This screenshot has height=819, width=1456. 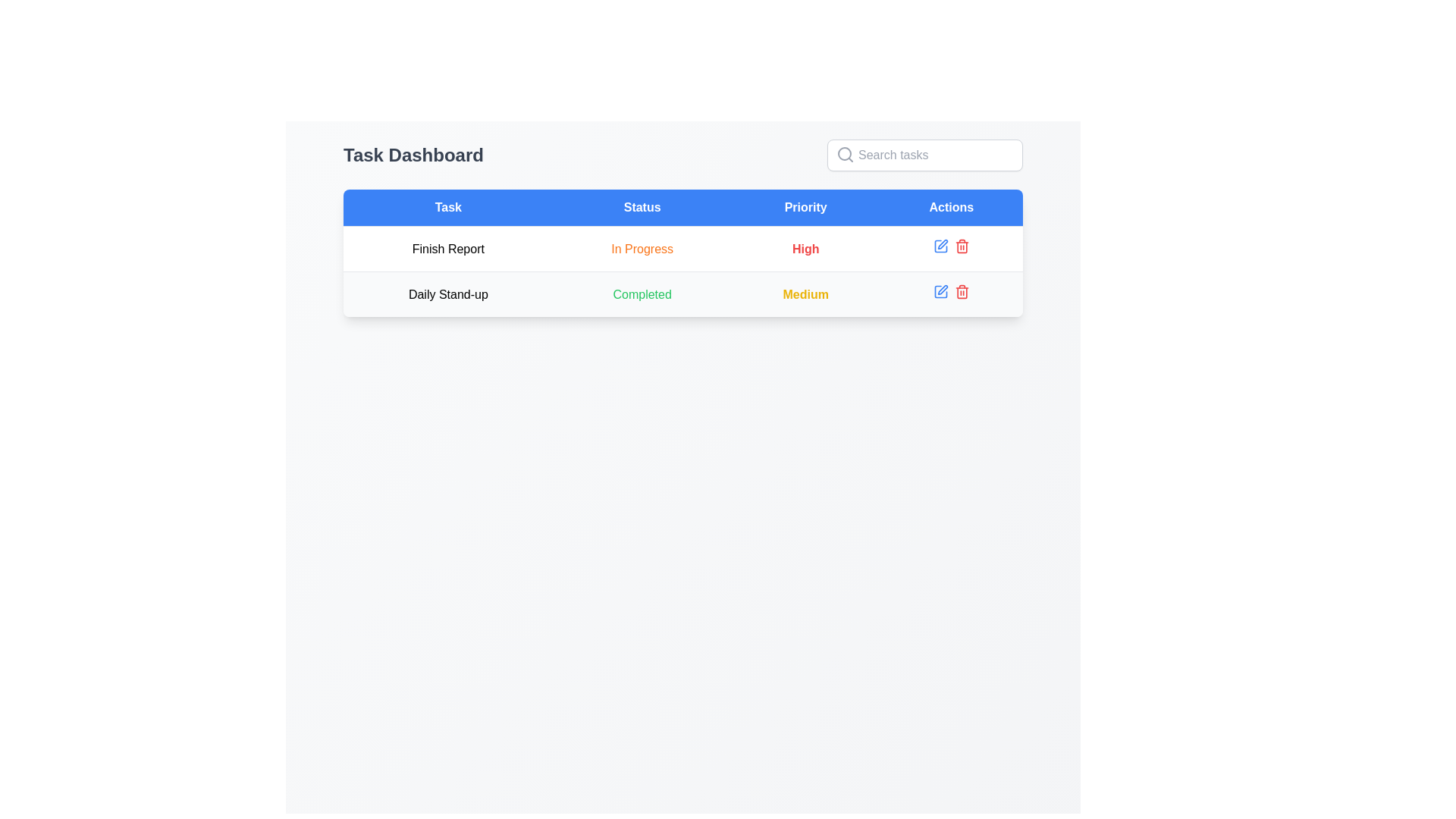 What do you see at coordinates (942, 290) in the screenshot?
I see `the 'edit' action button in the 'Actions' column of the second row (Daily Stand-up task)` at bounding box center [942, 290].